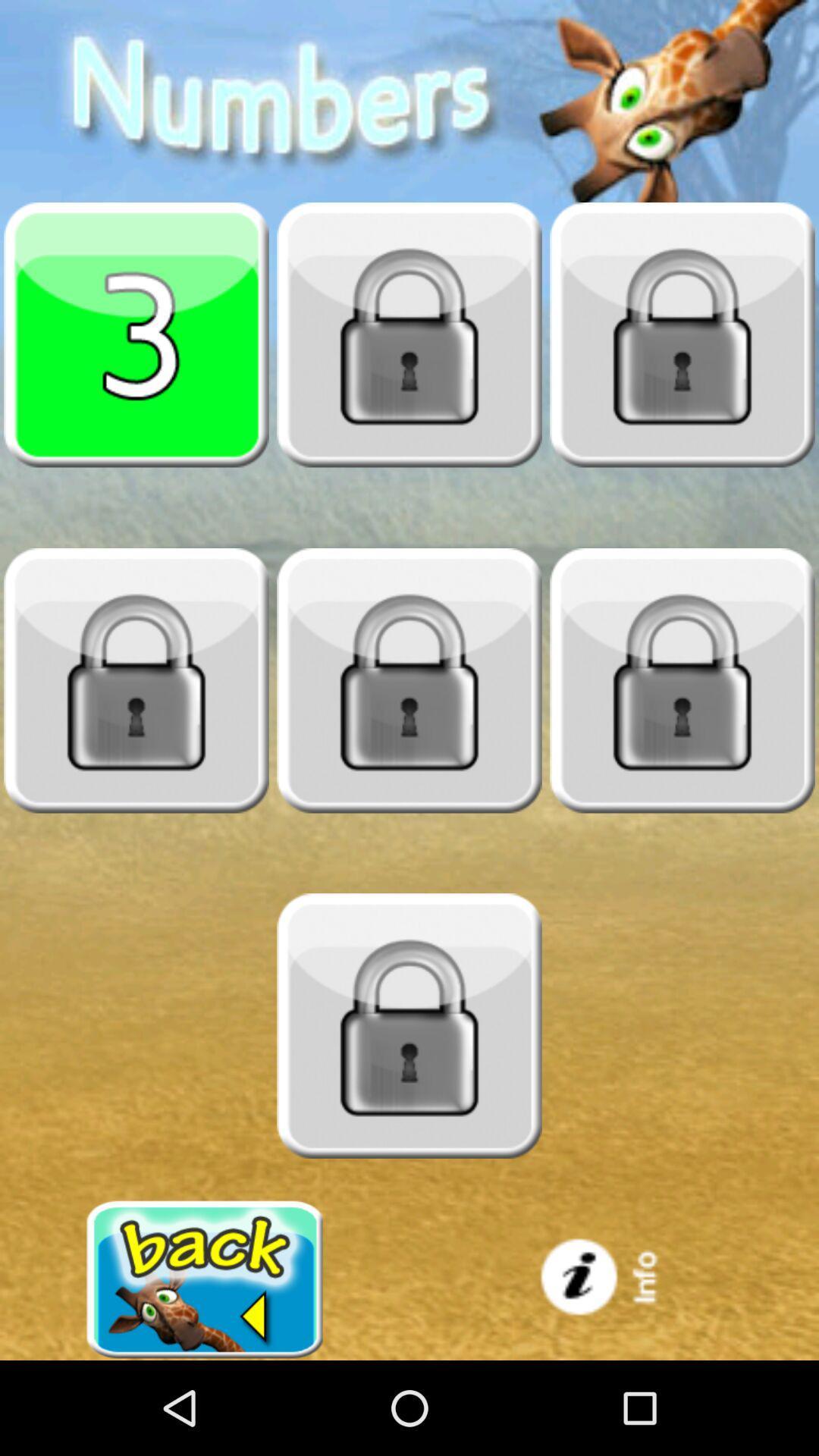 The height and width of the screenshot is (1456, 819). What do you see at coordinates (681, 679) in the screenshot?
I see `unlock level` at bounding box center [681, 679].